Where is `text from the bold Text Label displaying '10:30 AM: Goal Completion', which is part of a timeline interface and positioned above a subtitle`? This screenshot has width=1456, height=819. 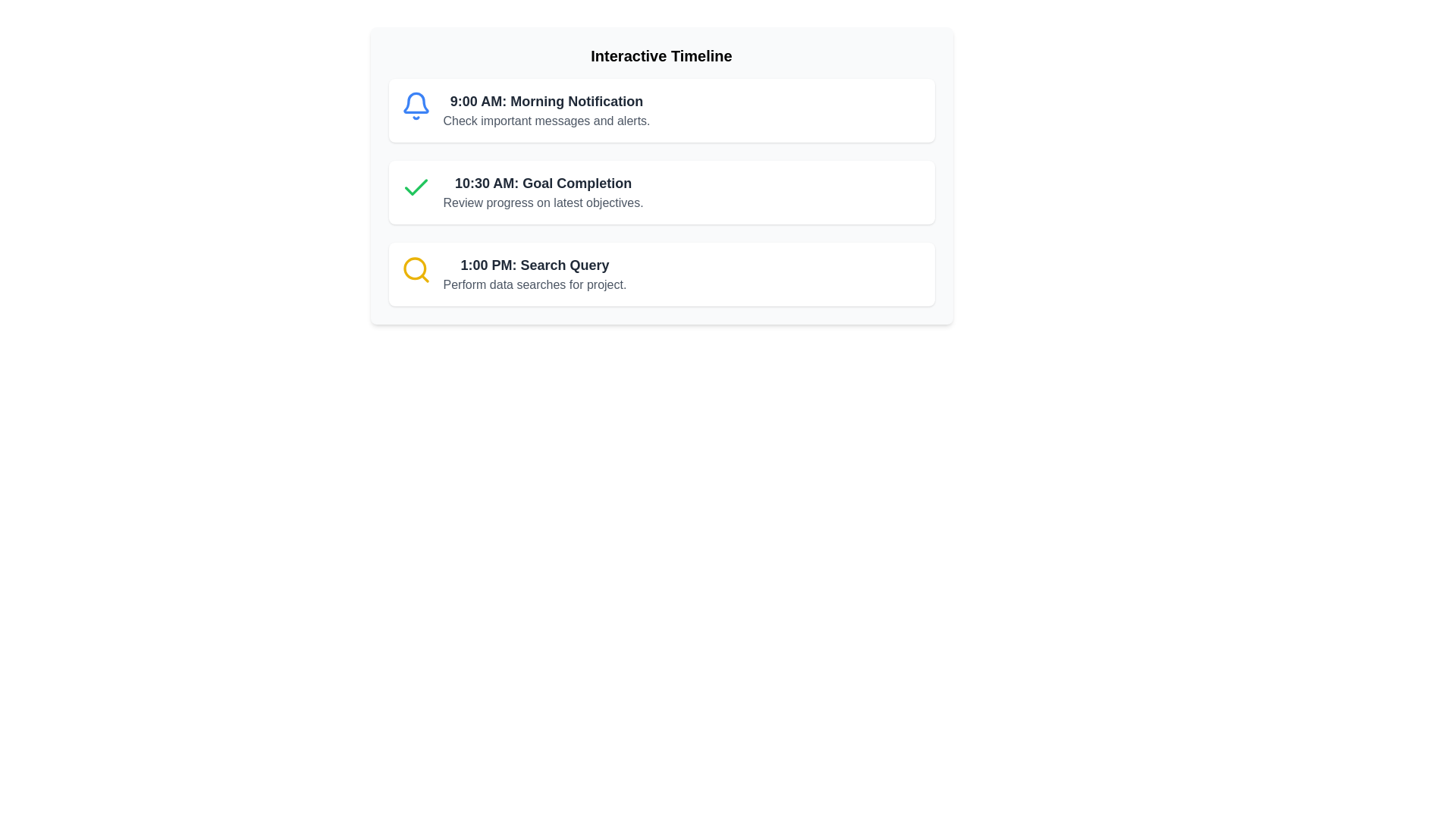
text from the bold Text Label displaying '10:30 AM: Goal Completion', which is part of a timeline interface and positioned above a subtitle is located at coordinates (543, 183).